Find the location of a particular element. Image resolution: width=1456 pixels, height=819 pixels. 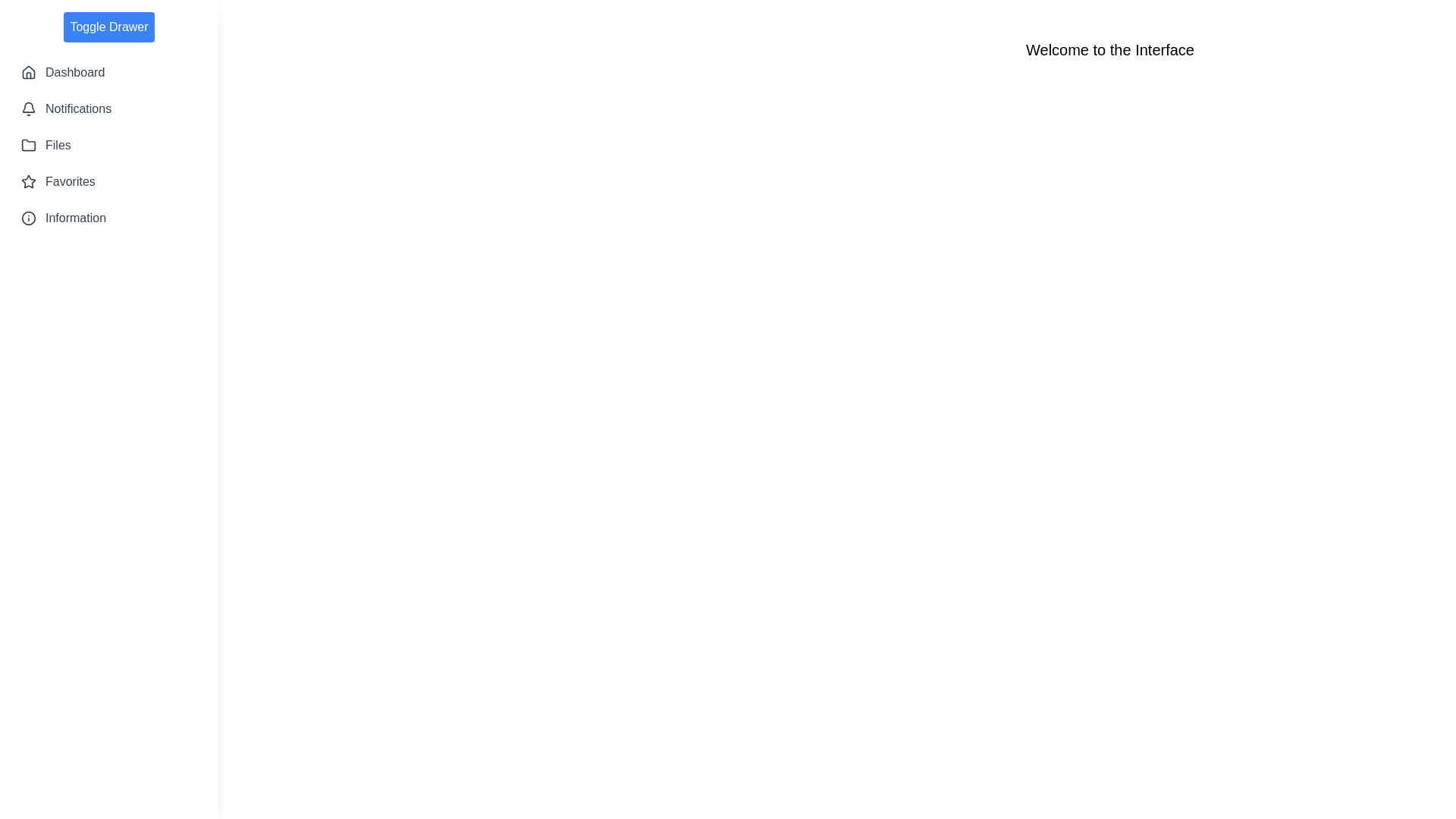

the icon corresponding to the Favorites in the sidebar is located at coordinates (29, 180).